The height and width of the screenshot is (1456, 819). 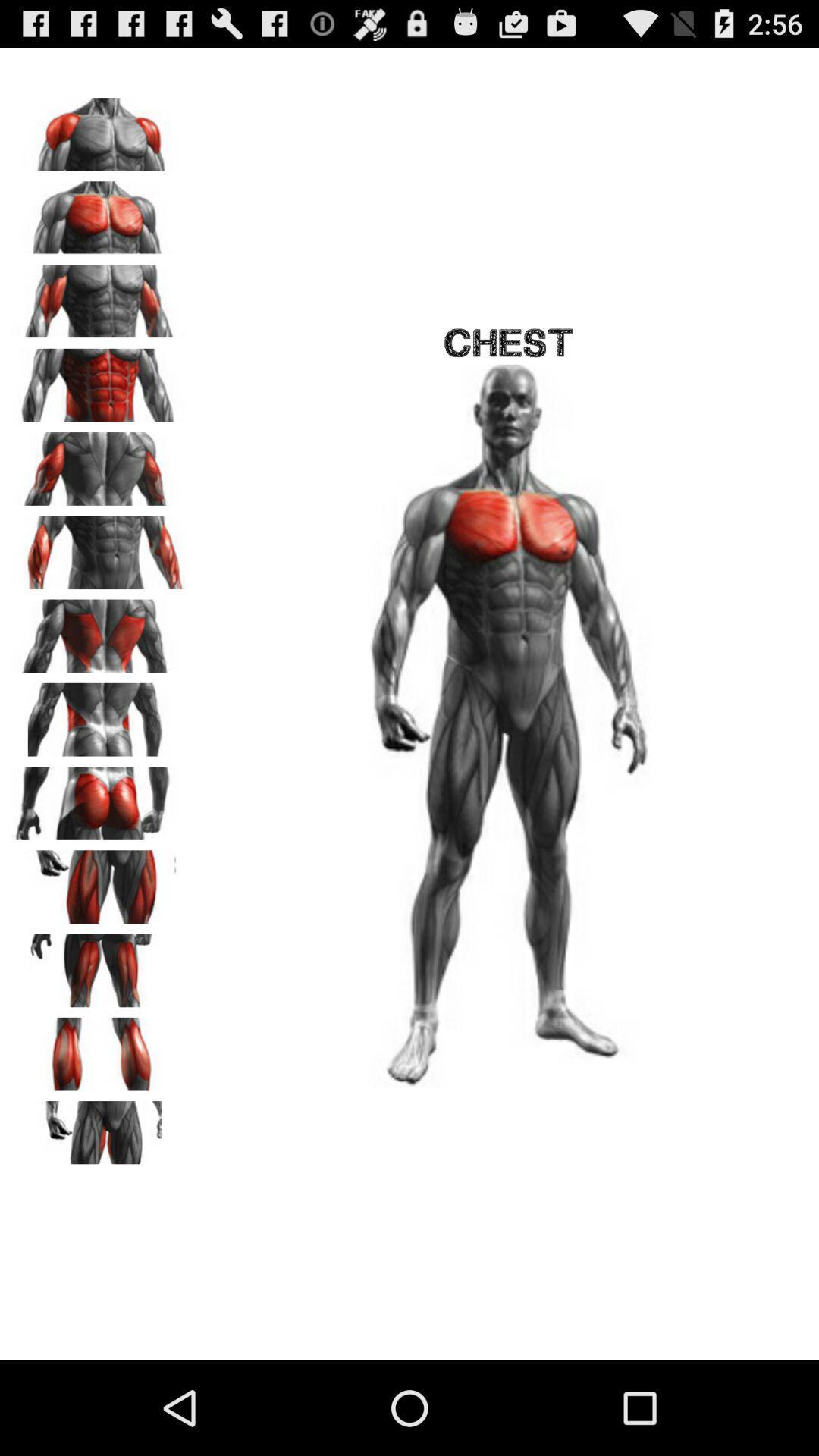 I want to click on switch view area, so click(x=99, y=380).